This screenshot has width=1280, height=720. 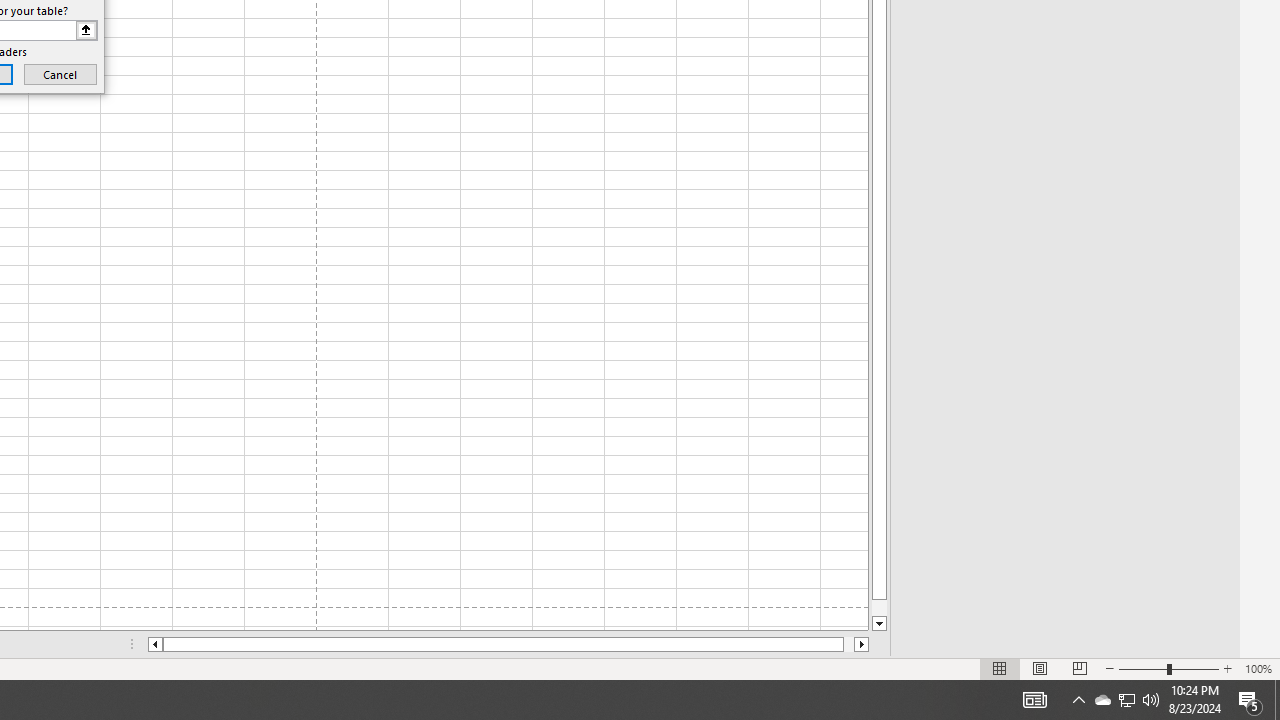 I want to click on 'Zoom In', so click(x=1226, y=669).